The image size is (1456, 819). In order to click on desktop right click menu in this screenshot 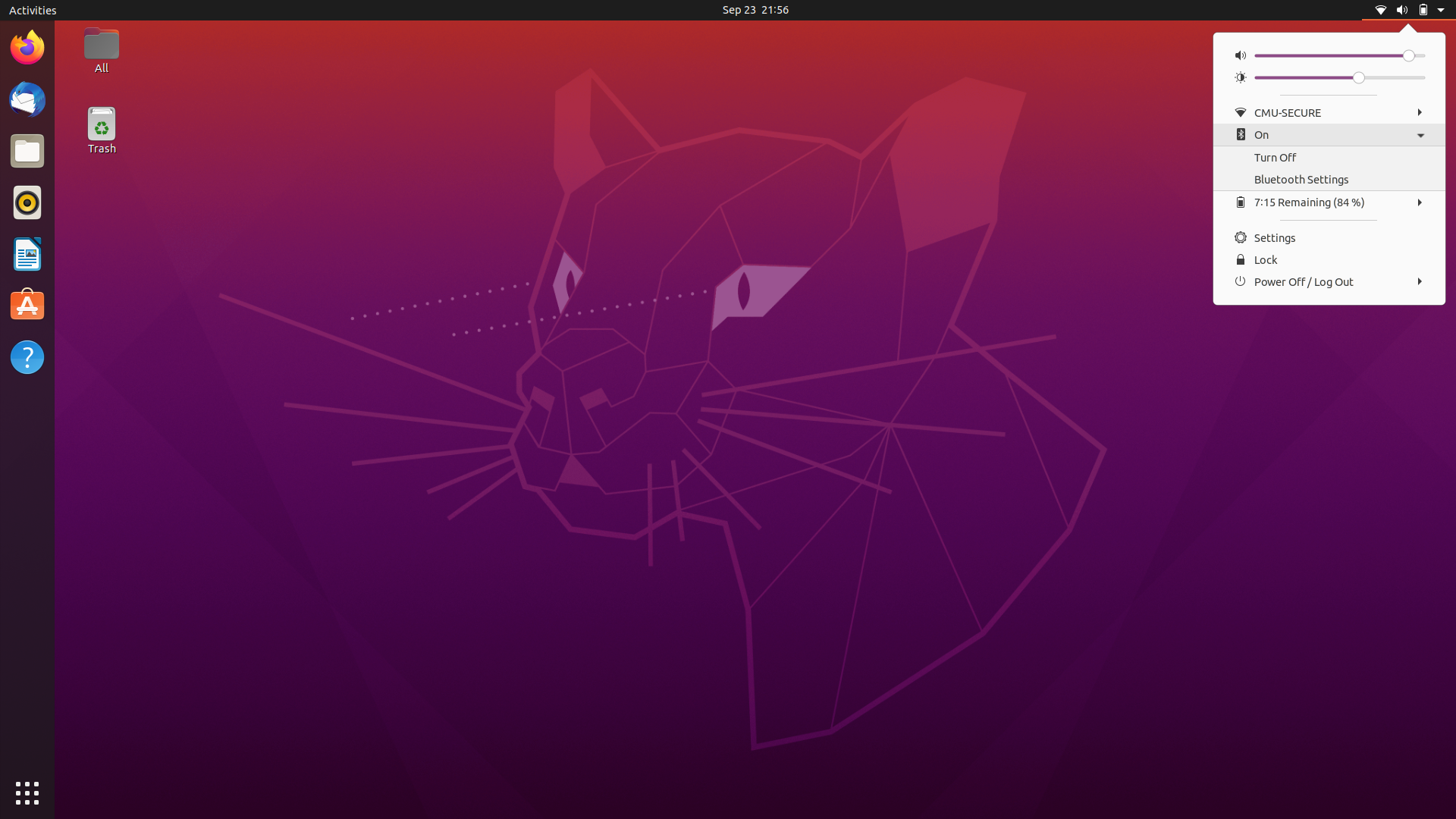, I will do `click(2561104, 608107)`.